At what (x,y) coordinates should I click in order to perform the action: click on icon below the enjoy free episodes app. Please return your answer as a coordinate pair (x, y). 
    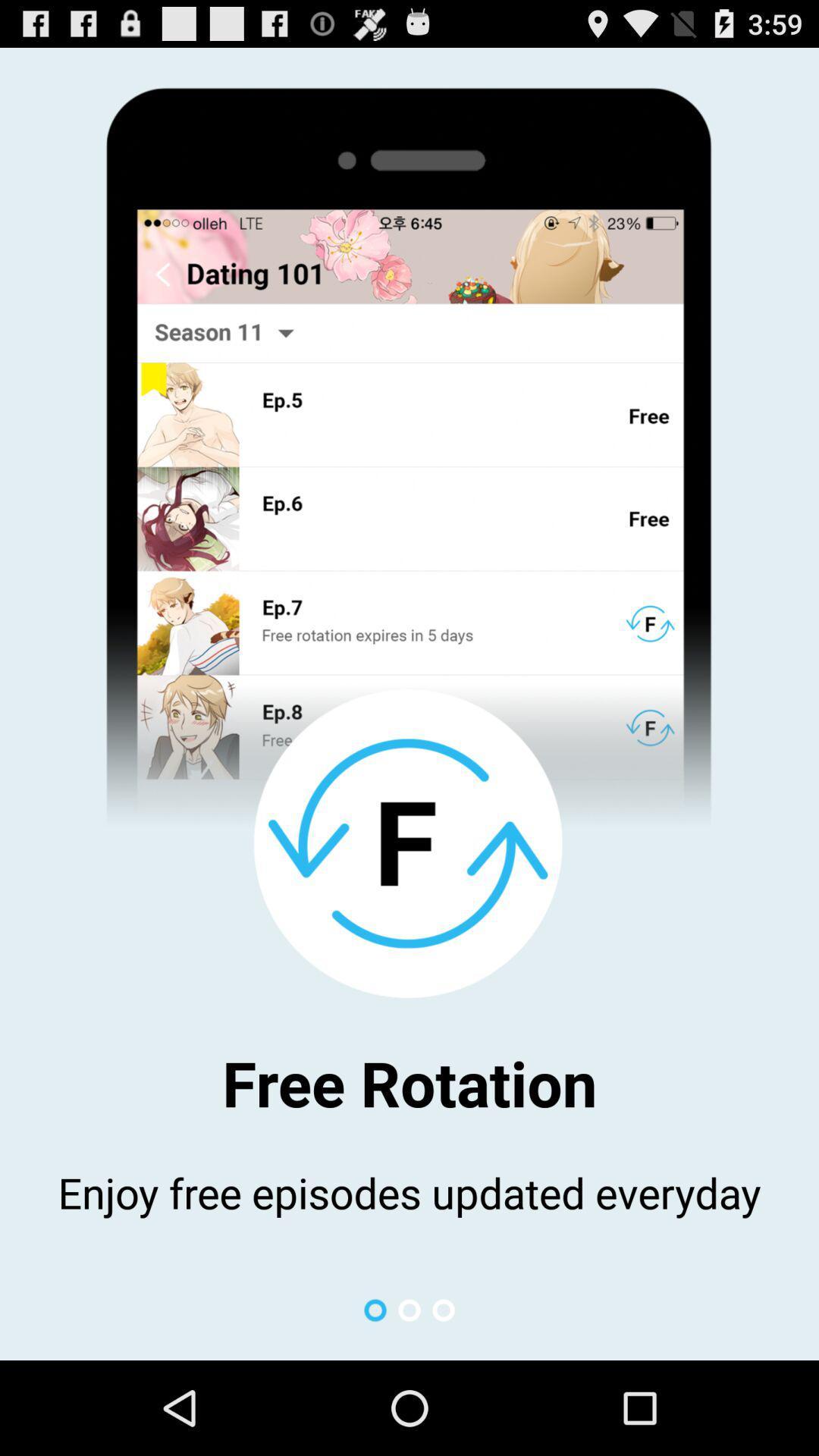
    Looking at the image, I should click on (409, 1310).